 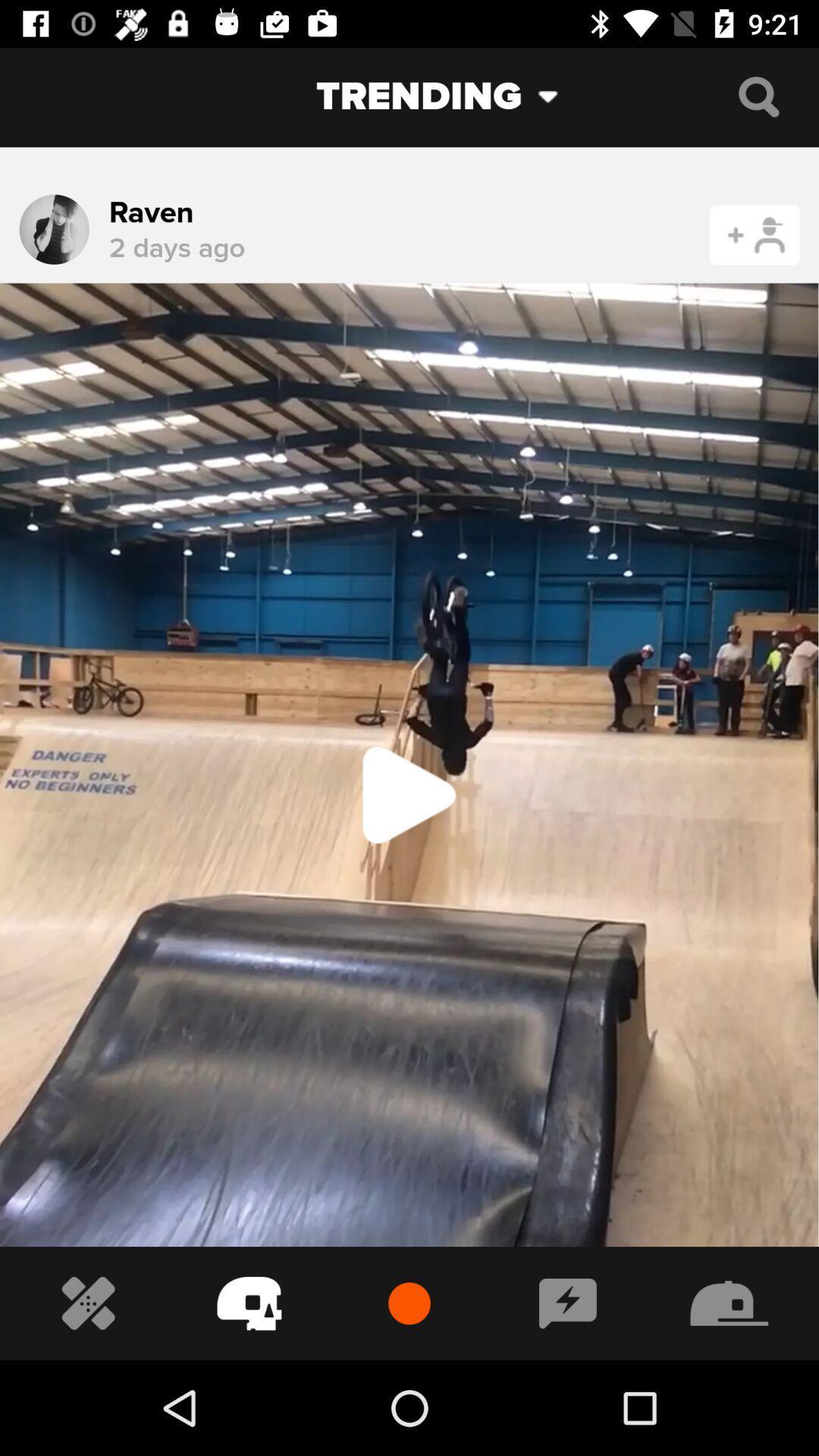 I want to click on the search icon, so click(x=758, y=96).